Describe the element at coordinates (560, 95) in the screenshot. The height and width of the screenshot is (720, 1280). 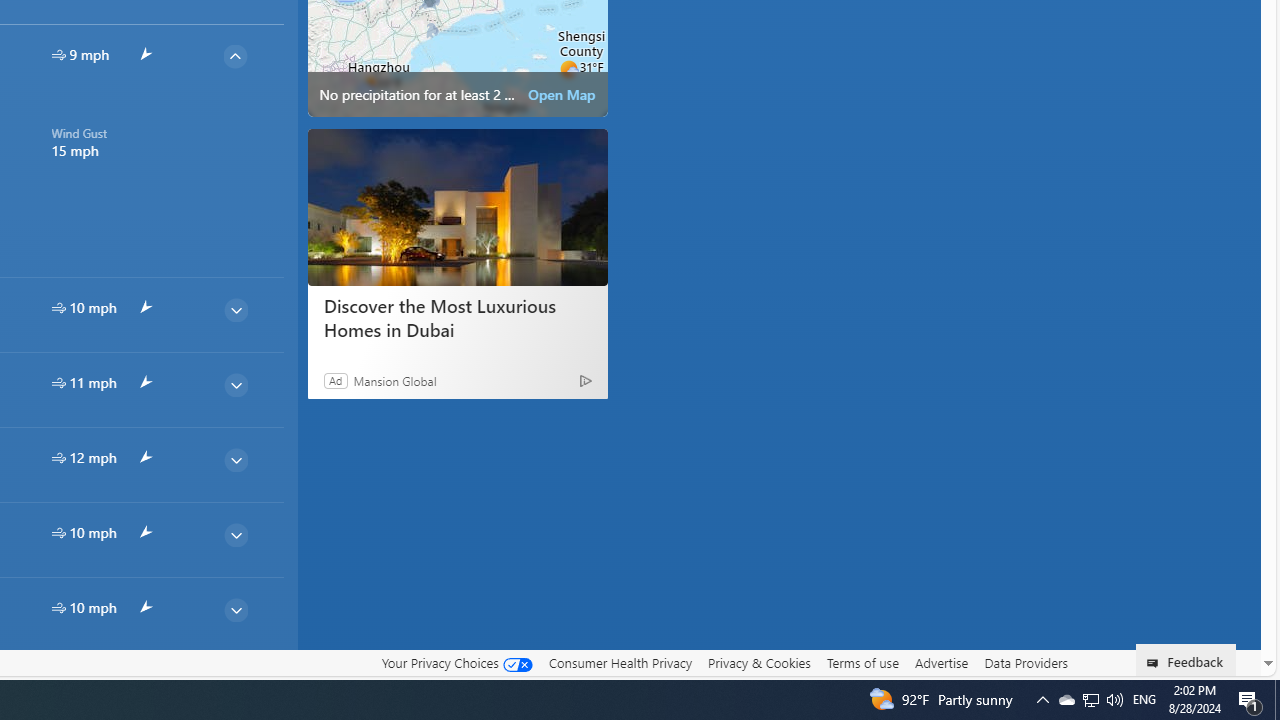
I see `'Open Map'` at that location.